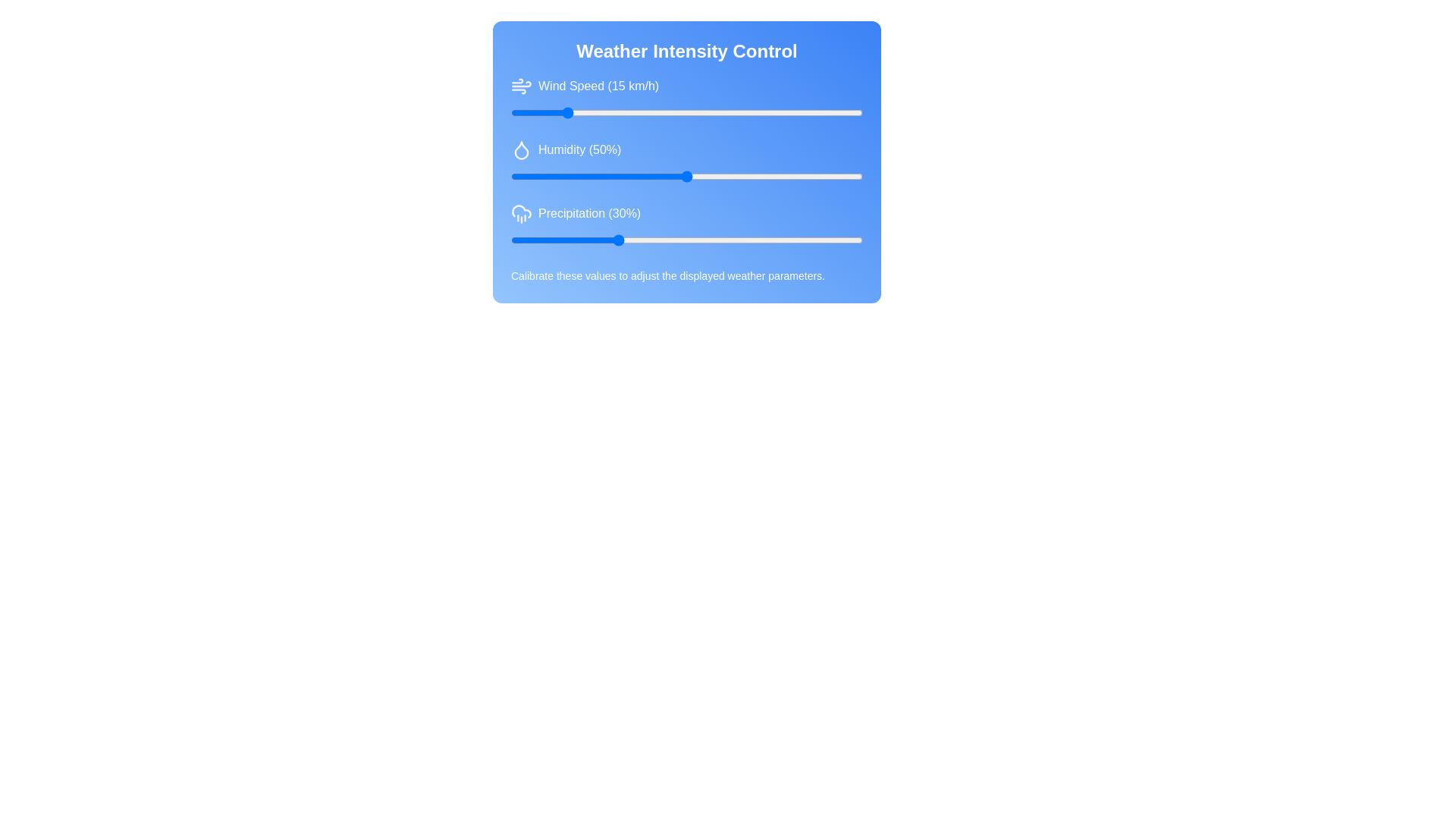  I want to click on precipitation intensity, so click(739, 239).